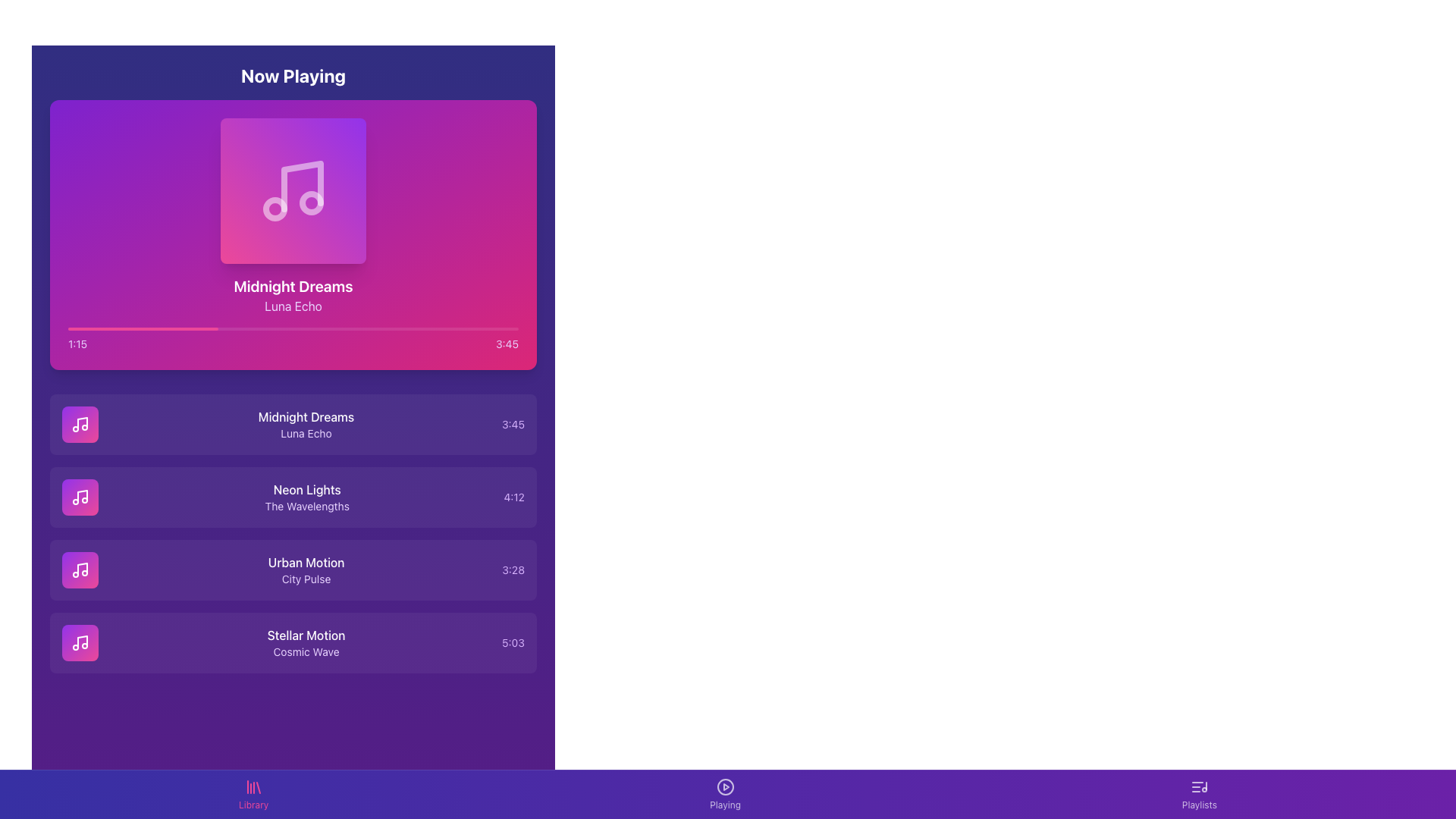  What do you see at coordinates (193, 328) in the screenshot?
I see `the slider` at bounding box center [193, 328].